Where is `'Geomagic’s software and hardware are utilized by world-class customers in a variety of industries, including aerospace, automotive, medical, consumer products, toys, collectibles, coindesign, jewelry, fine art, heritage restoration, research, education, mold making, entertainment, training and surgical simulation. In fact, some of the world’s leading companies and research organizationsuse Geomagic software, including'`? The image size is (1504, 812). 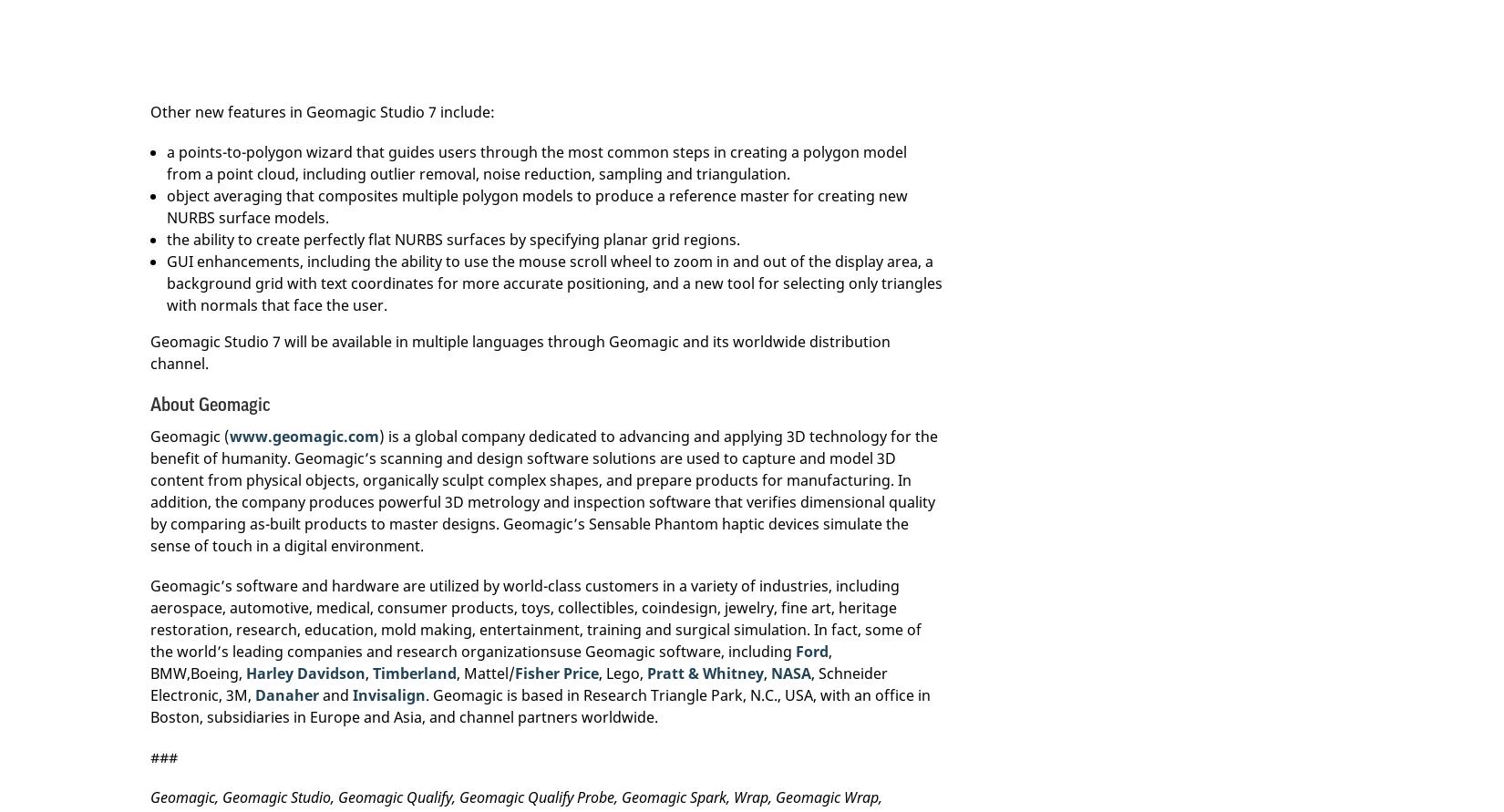
'Geomagic’s software and hardware are utilized by world-class customers in a variety of industries, including aerospace, automotive, medical, consumer products, toys, collectibles, coindesign, jewelry, fine art, heritage restoration, research, education, mold making, entertainment, training and surgical simulation. In fact, some of the world’s leading companies and research organizationsuse Geomagic software, including' is located at coordinates (535, 618).